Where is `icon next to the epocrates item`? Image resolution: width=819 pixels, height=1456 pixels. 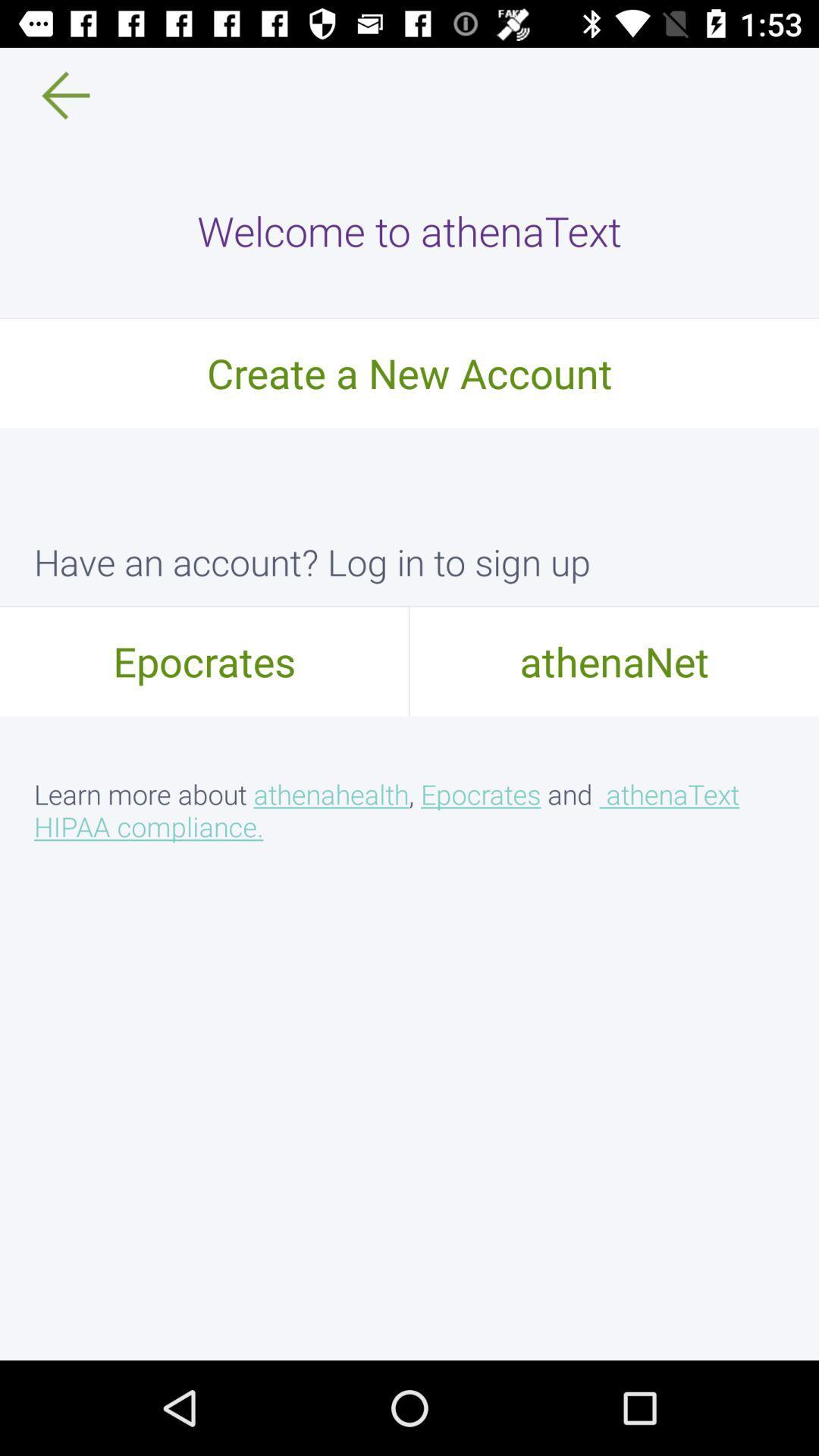 icon next to the epocrates item is located at coordinates (614, 661).